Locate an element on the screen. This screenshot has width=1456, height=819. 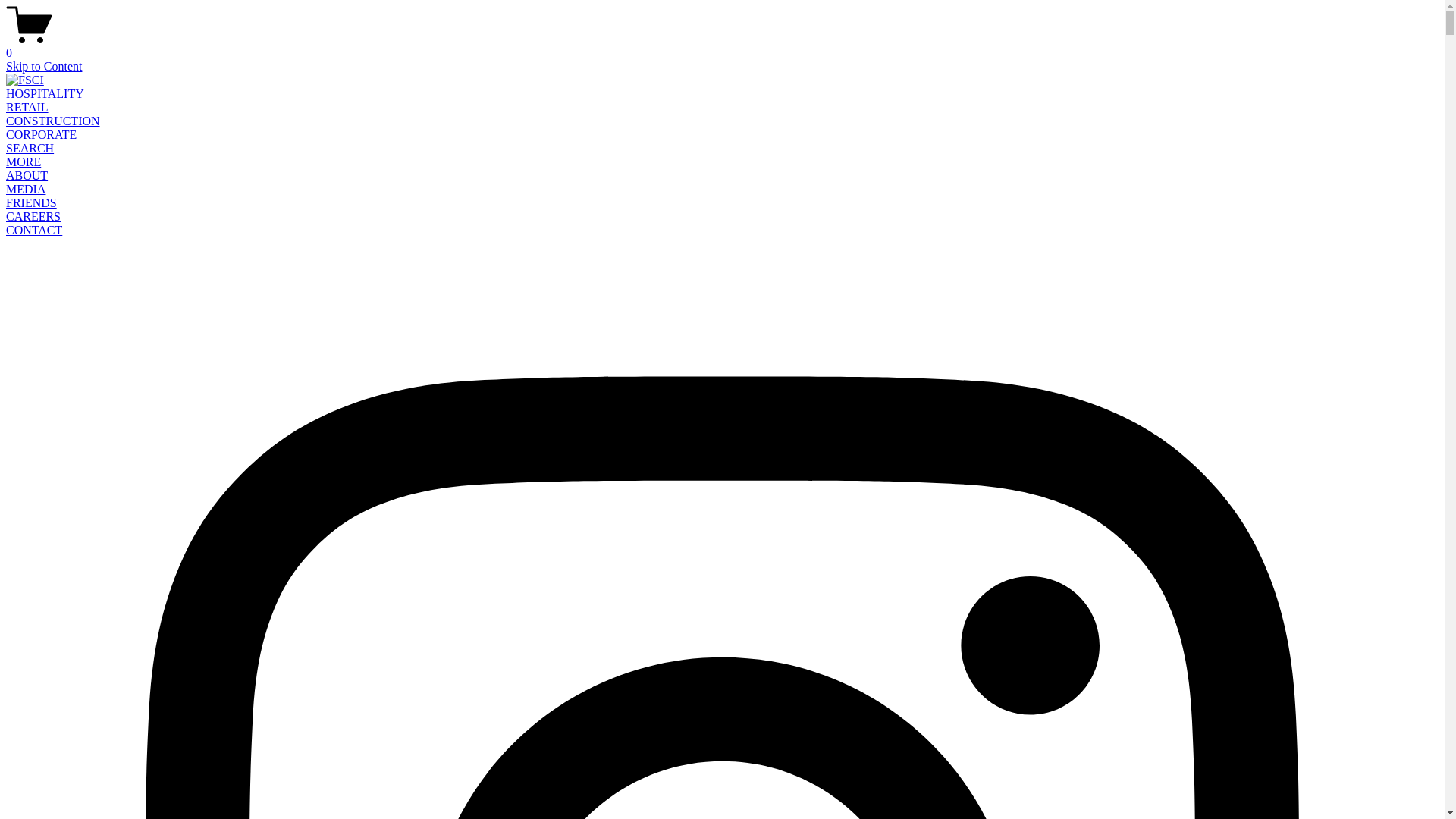
'MEDIA' is located at coordinates (25, 188).